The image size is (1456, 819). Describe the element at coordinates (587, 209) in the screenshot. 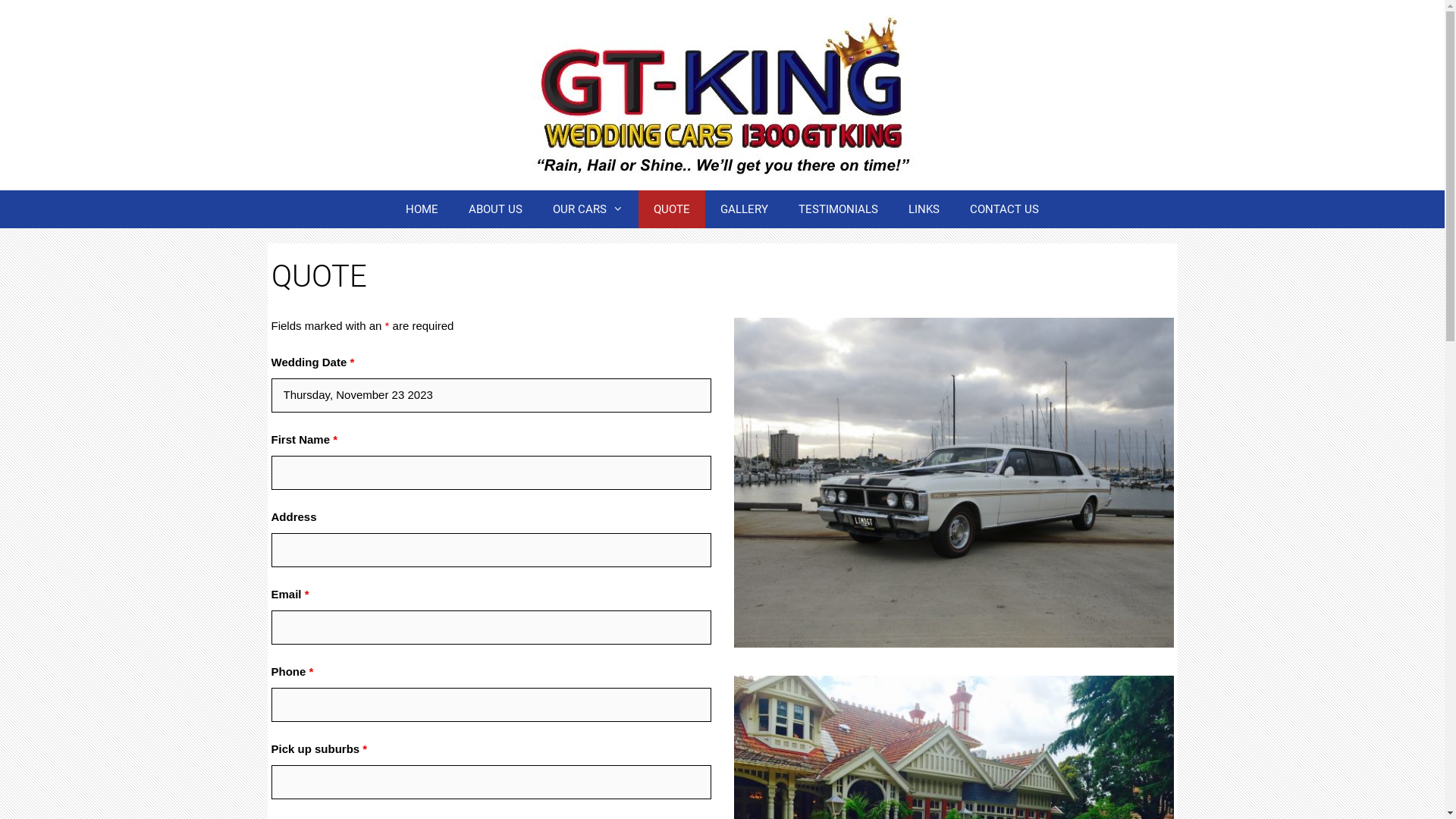

I see `'OUR CARS'` at that location.